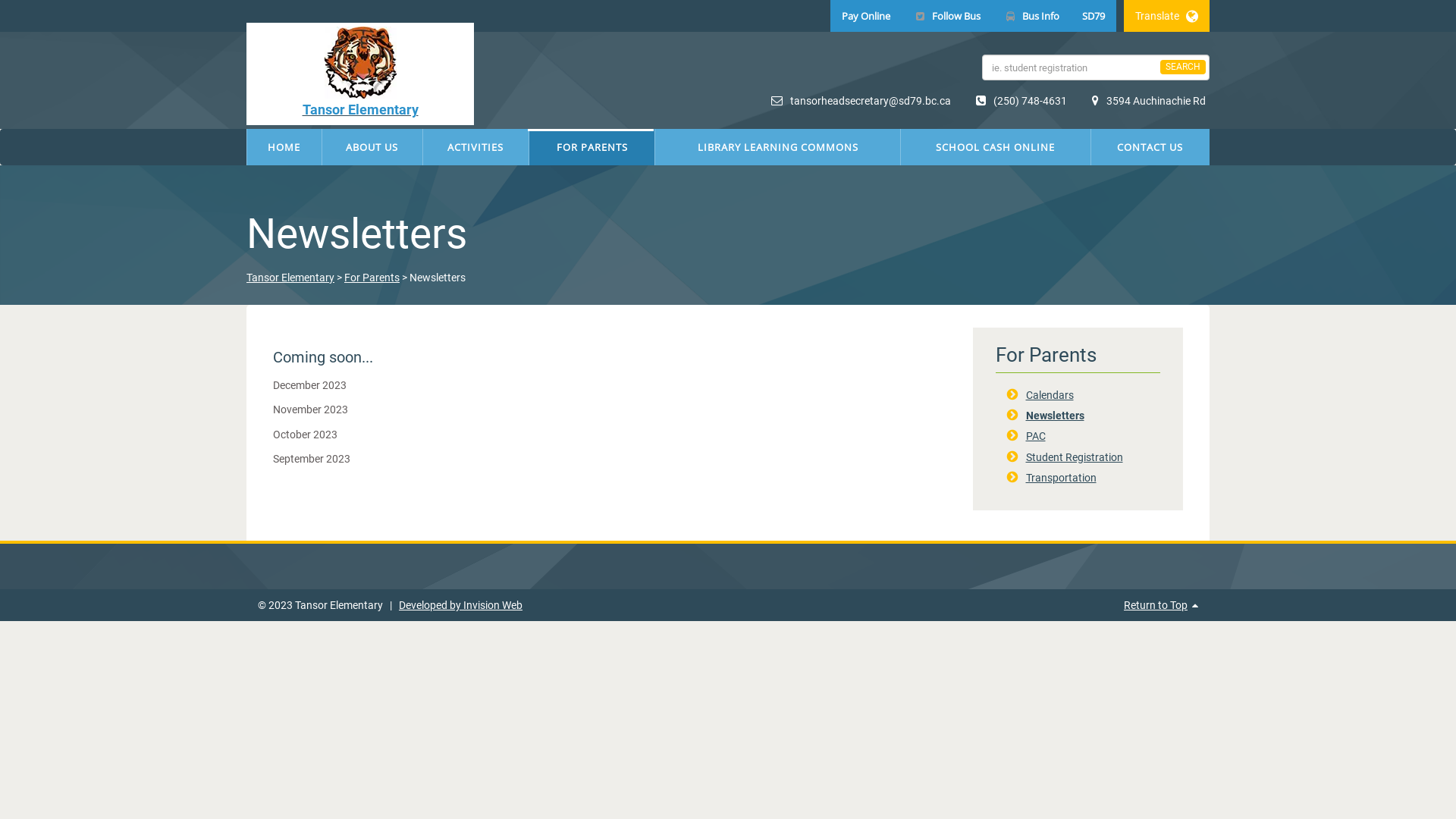 This screenshot has height=819, width=1456. Describe the element at coordinates (372, 278) in the screenshot. I see `'For Parents'` at that location.